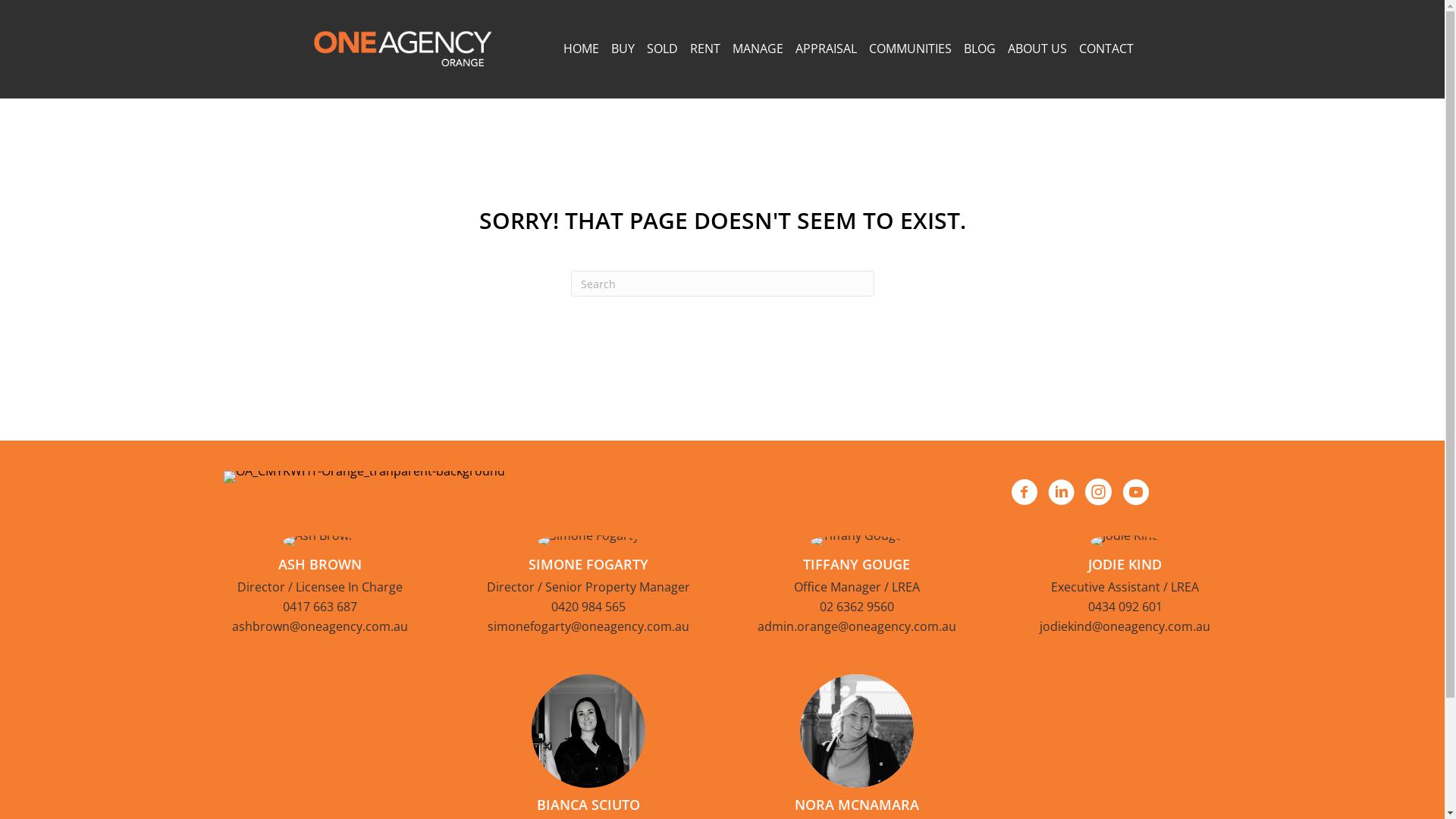 Image resolution: width=1456 pixels, height=819 pixels. I want to click on 'jodie-kind', so click(1090, 540).